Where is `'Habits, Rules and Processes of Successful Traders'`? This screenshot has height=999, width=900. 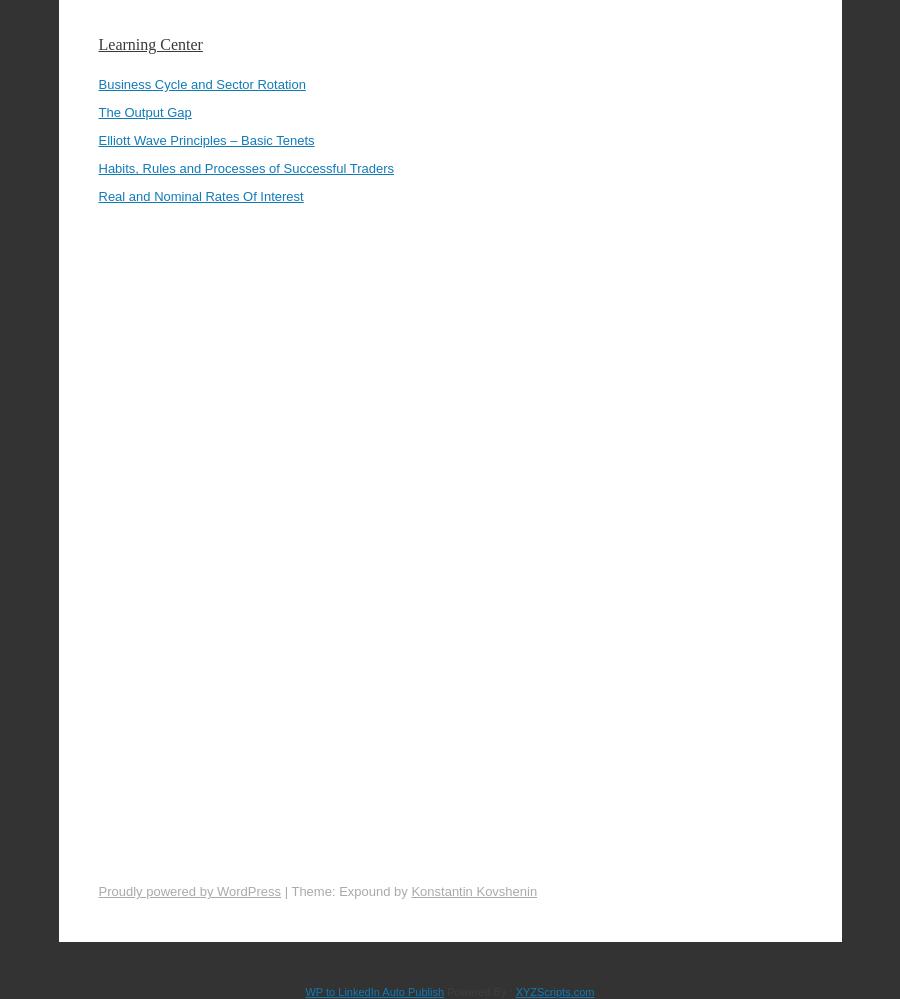
'Habits, Rules and Processes of Successful Traders' is located at coordinates (97, 113).